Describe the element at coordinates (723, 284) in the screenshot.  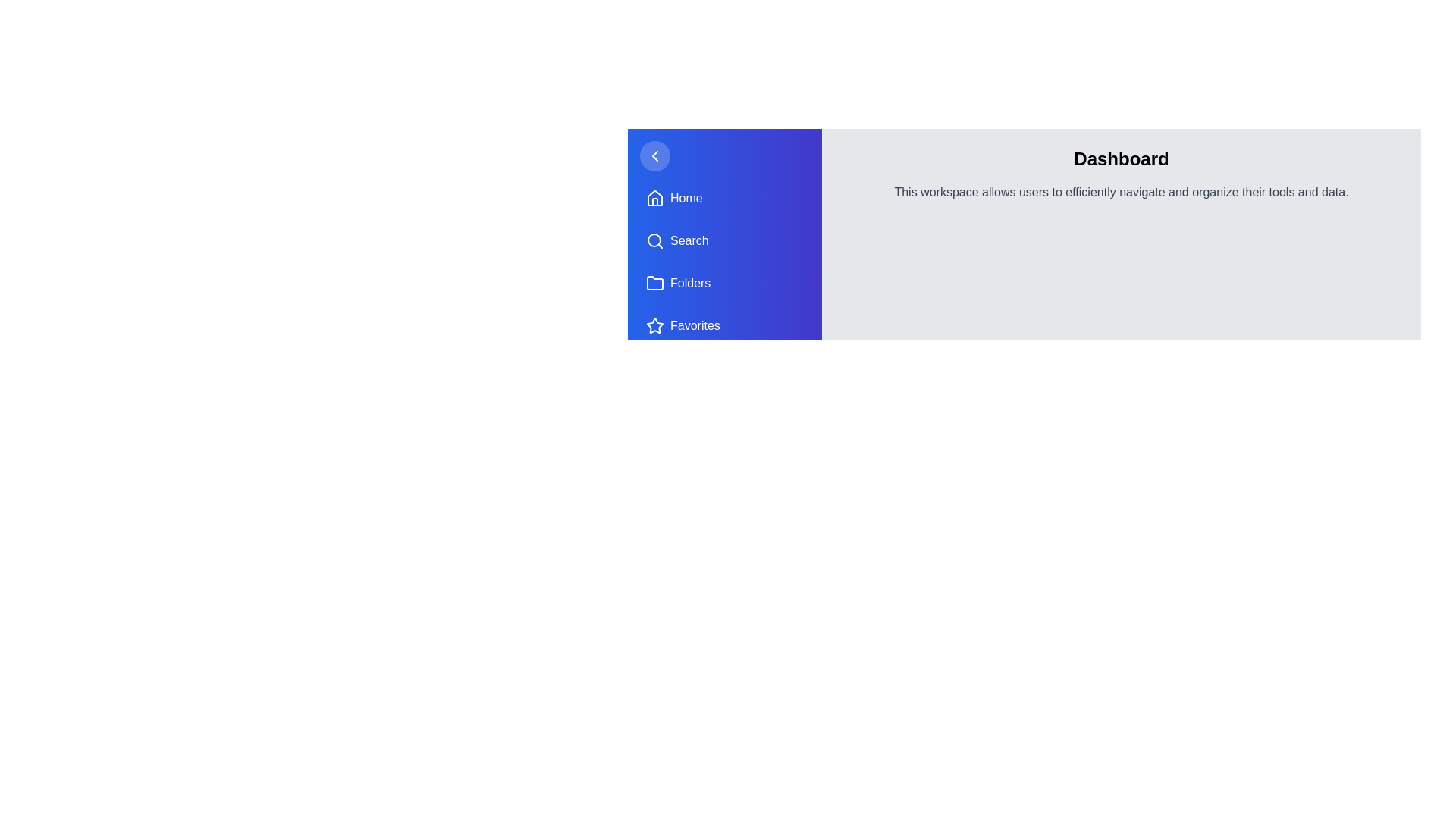
I see `the navigation item Folders from the drawer` at that location.